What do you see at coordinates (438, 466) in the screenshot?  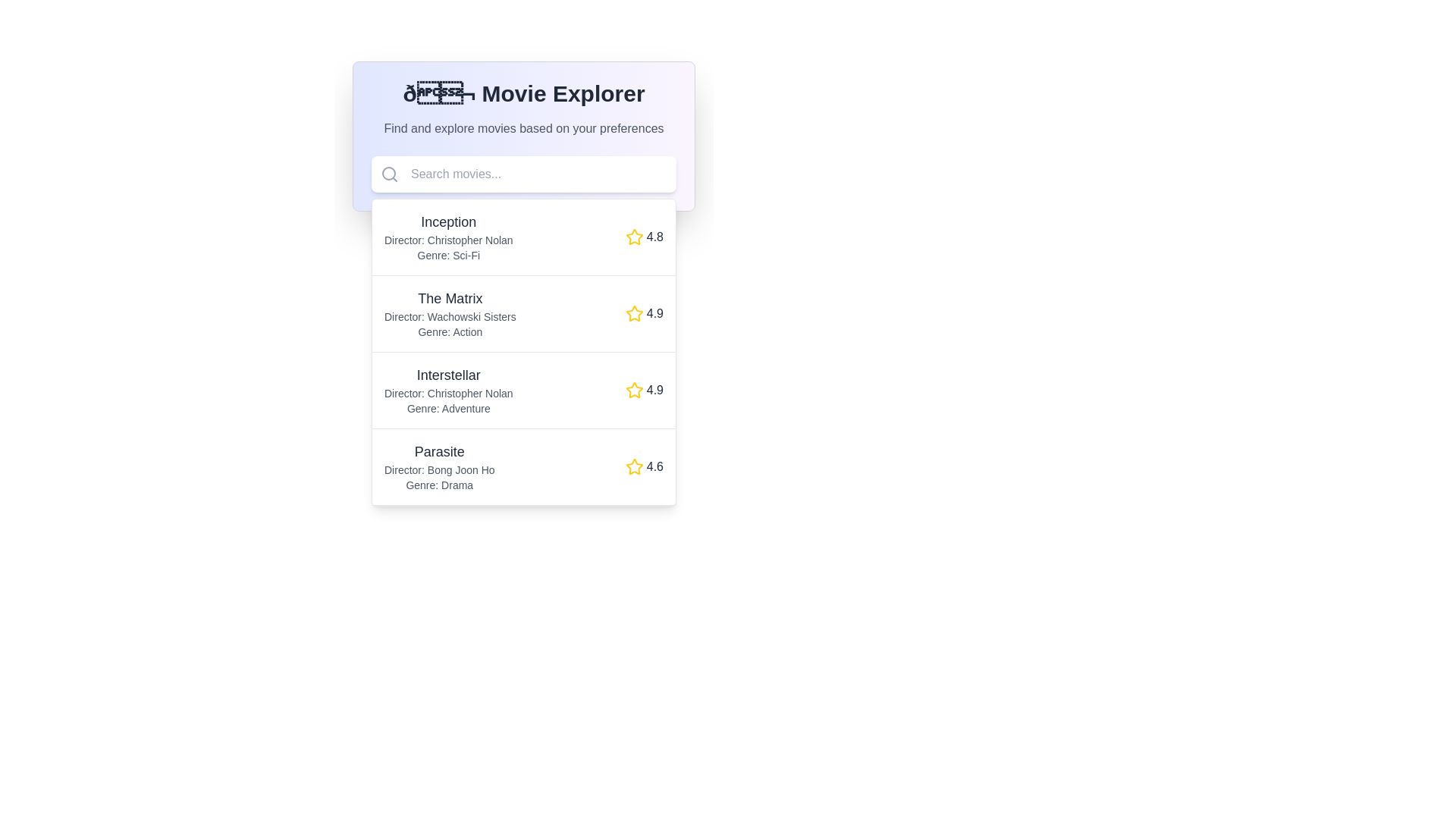 I see `text block displaying the movie title 'Parasite', along with its director and genre information, located in the 'Movie Explorer' interface` at bounding box center [438, 466].